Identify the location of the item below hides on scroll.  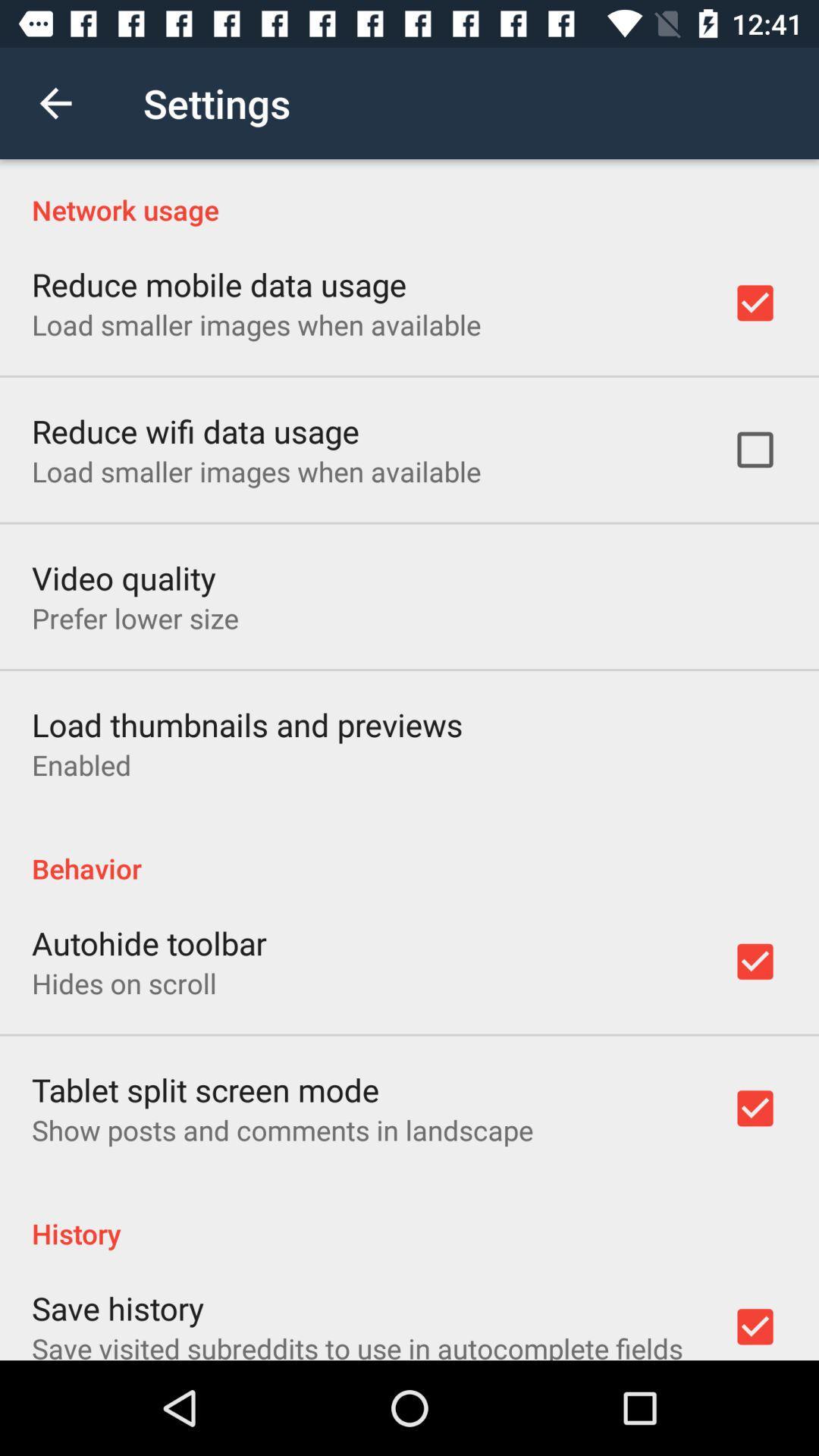
(206, 1088).